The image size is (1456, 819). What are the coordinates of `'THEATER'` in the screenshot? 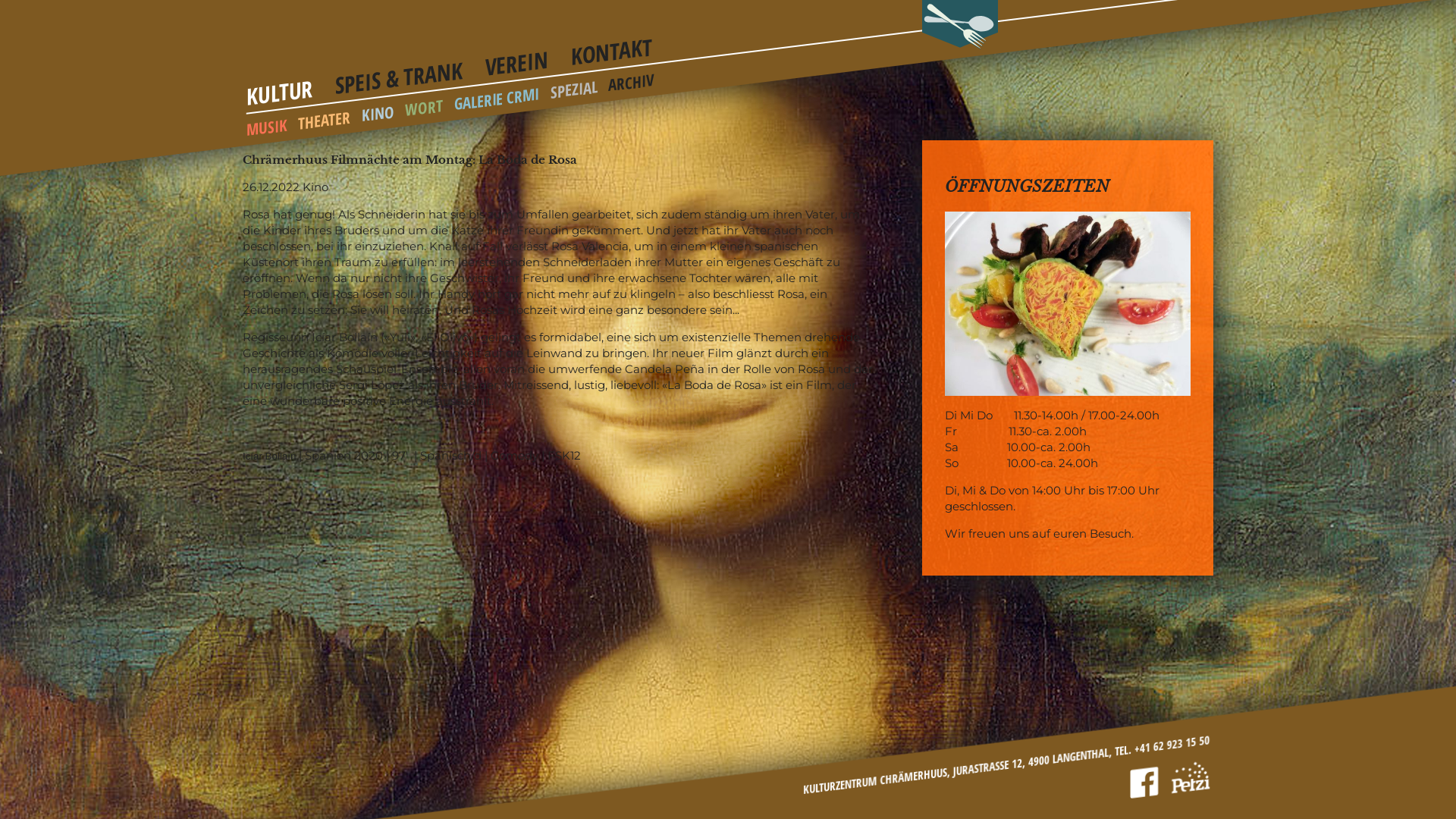 It's located at (323, 116).